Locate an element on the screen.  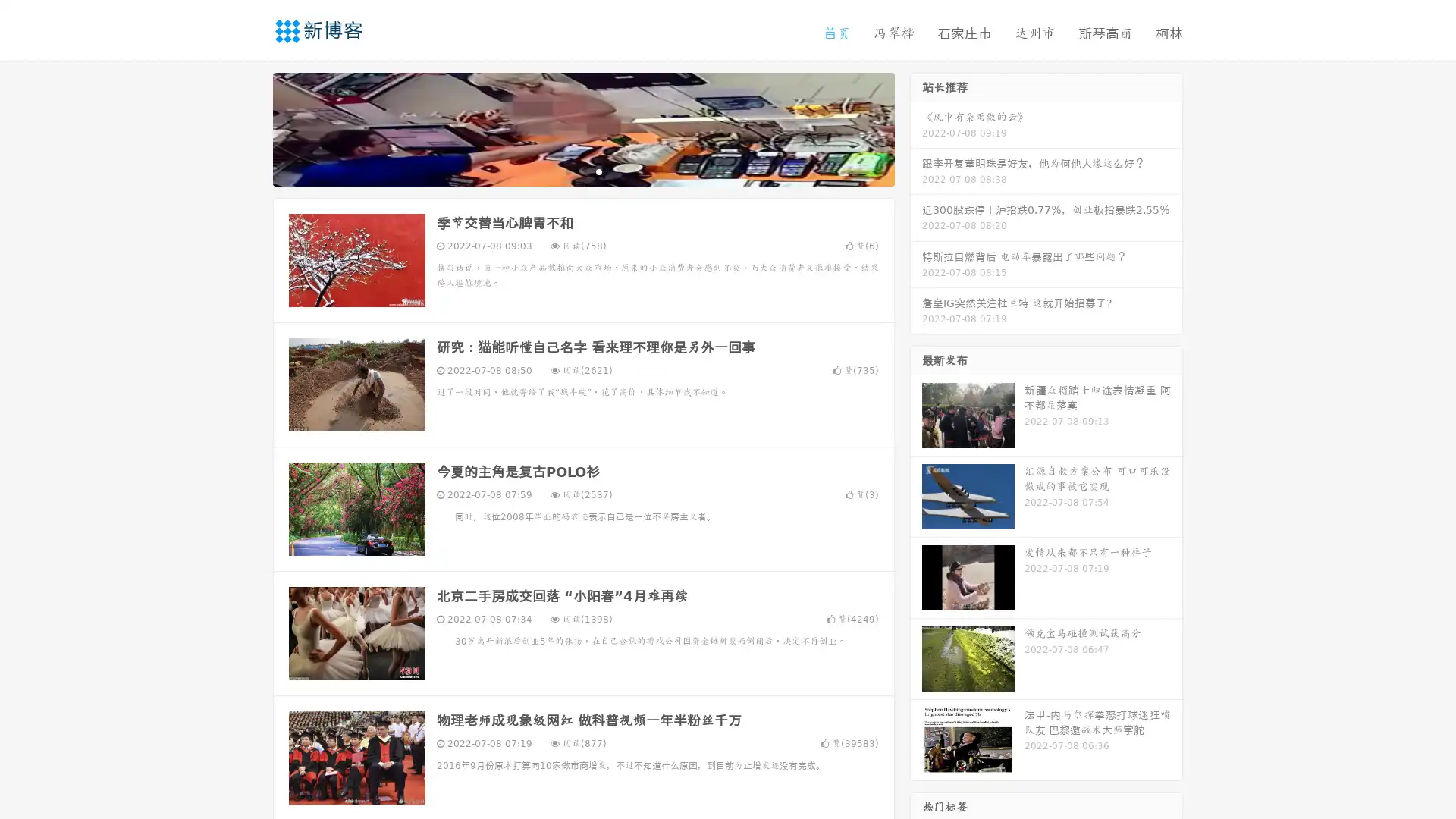
Next slide is located at coordinates (916, 127).